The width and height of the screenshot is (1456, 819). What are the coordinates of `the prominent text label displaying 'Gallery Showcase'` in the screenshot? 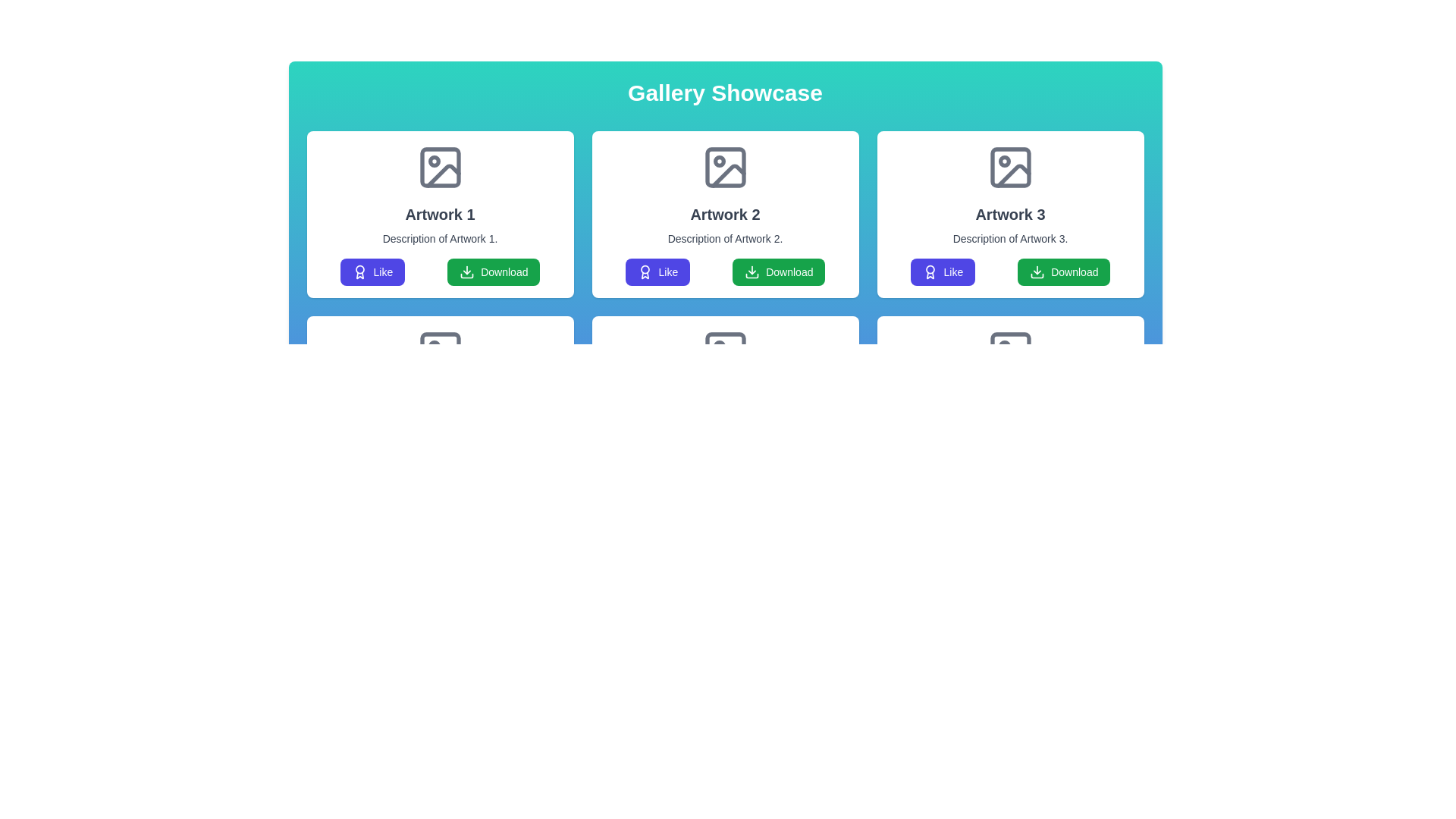 It's located at (724, 93).